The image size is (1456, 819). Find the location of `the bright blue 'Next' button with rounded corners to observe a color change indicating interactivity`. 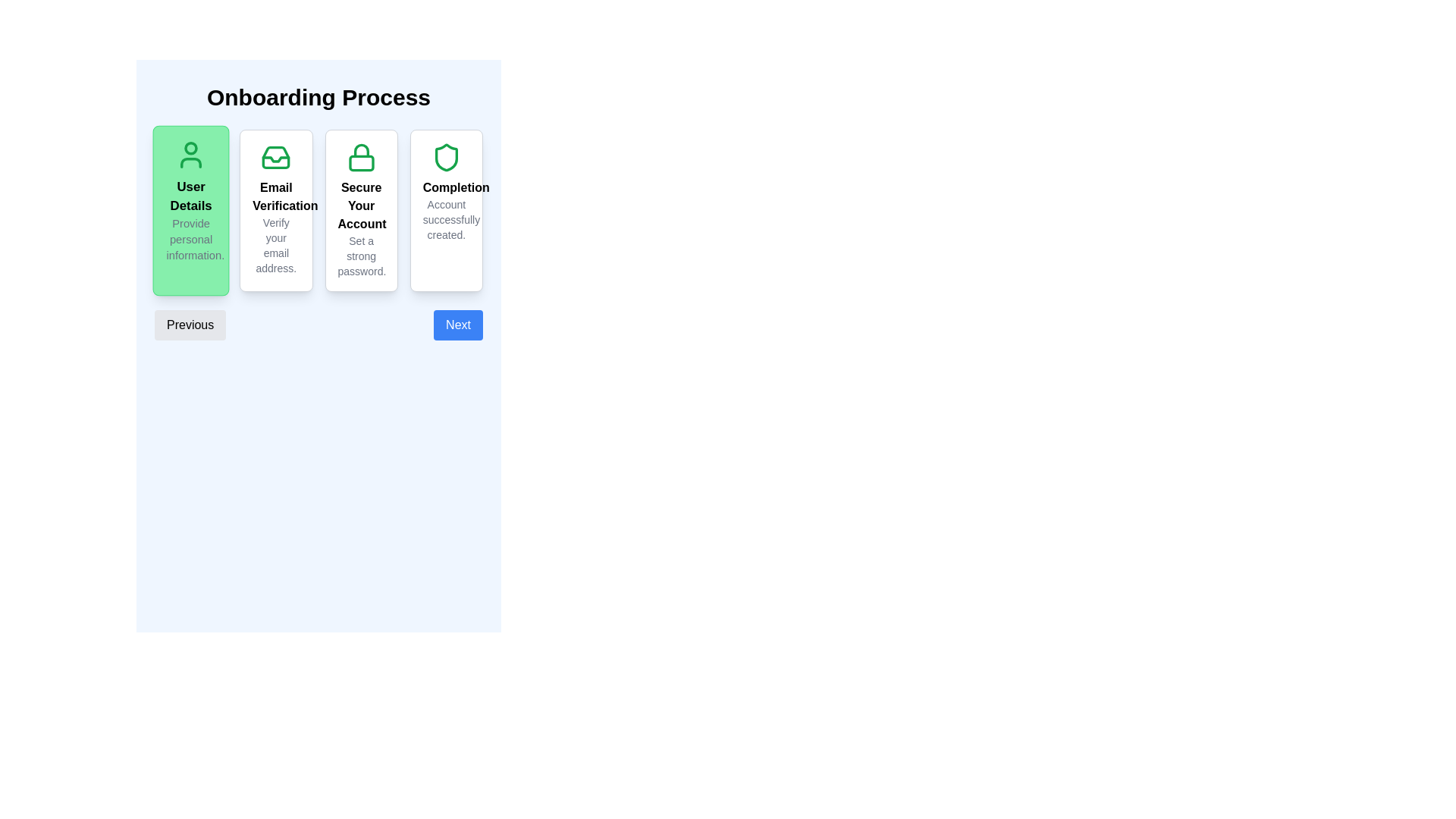

the bright blue 'Next' button with rounded corners to observe a color change indicating interactivity is located at coordinates (457, 324).